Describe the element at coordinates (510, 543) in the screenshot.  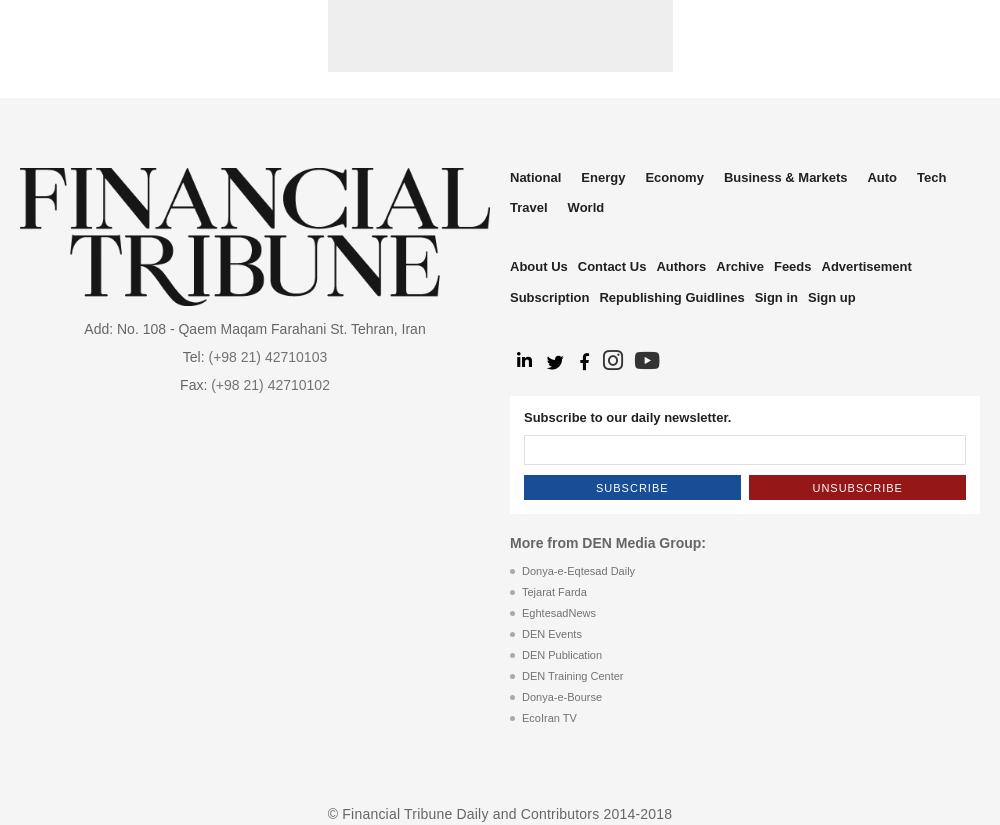
I see `'More from DEN Media Group:'` at that location.